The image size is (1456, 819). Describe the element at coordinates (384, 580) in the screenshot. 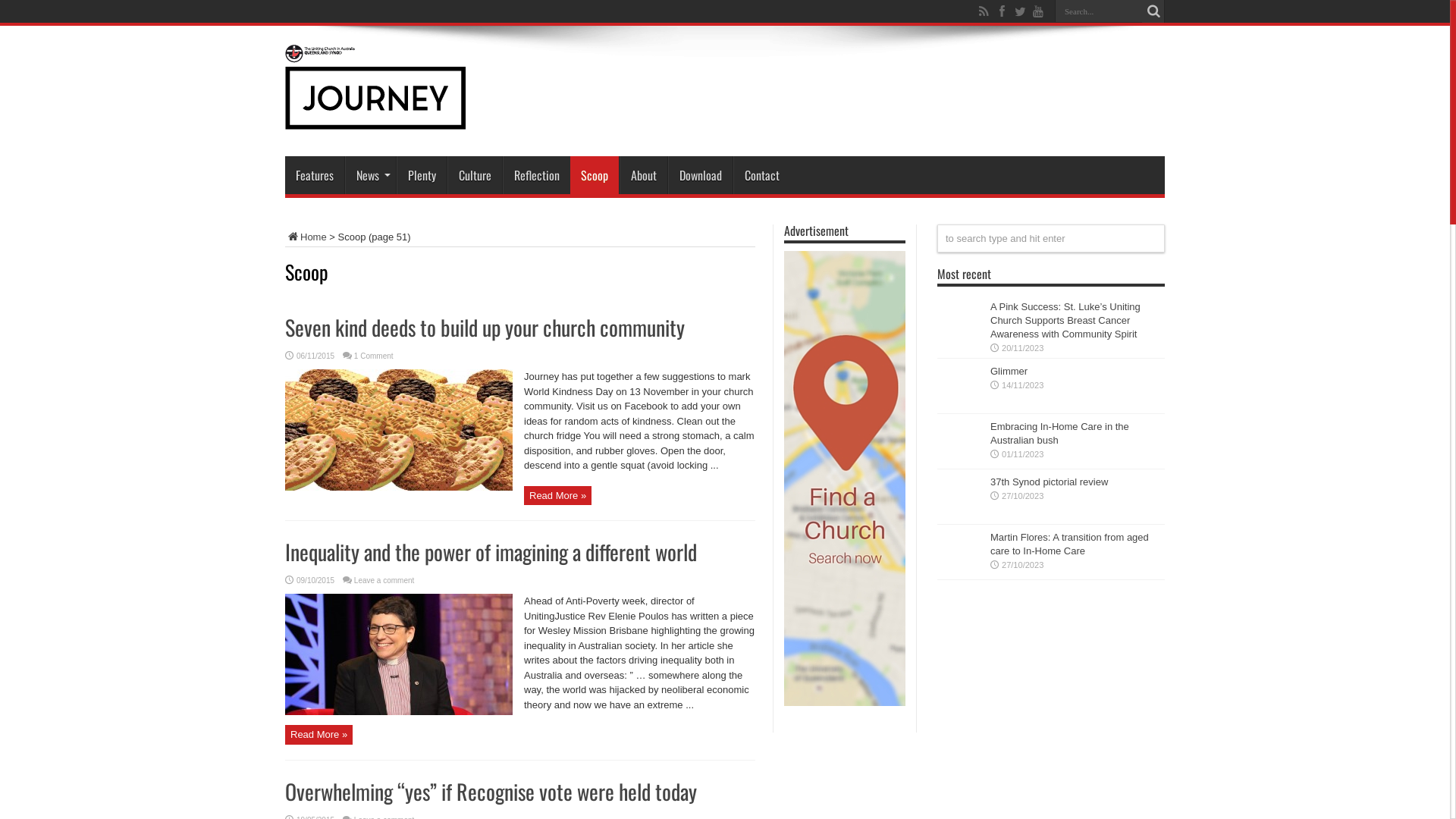

I see `'Leave a comment'` at that location.